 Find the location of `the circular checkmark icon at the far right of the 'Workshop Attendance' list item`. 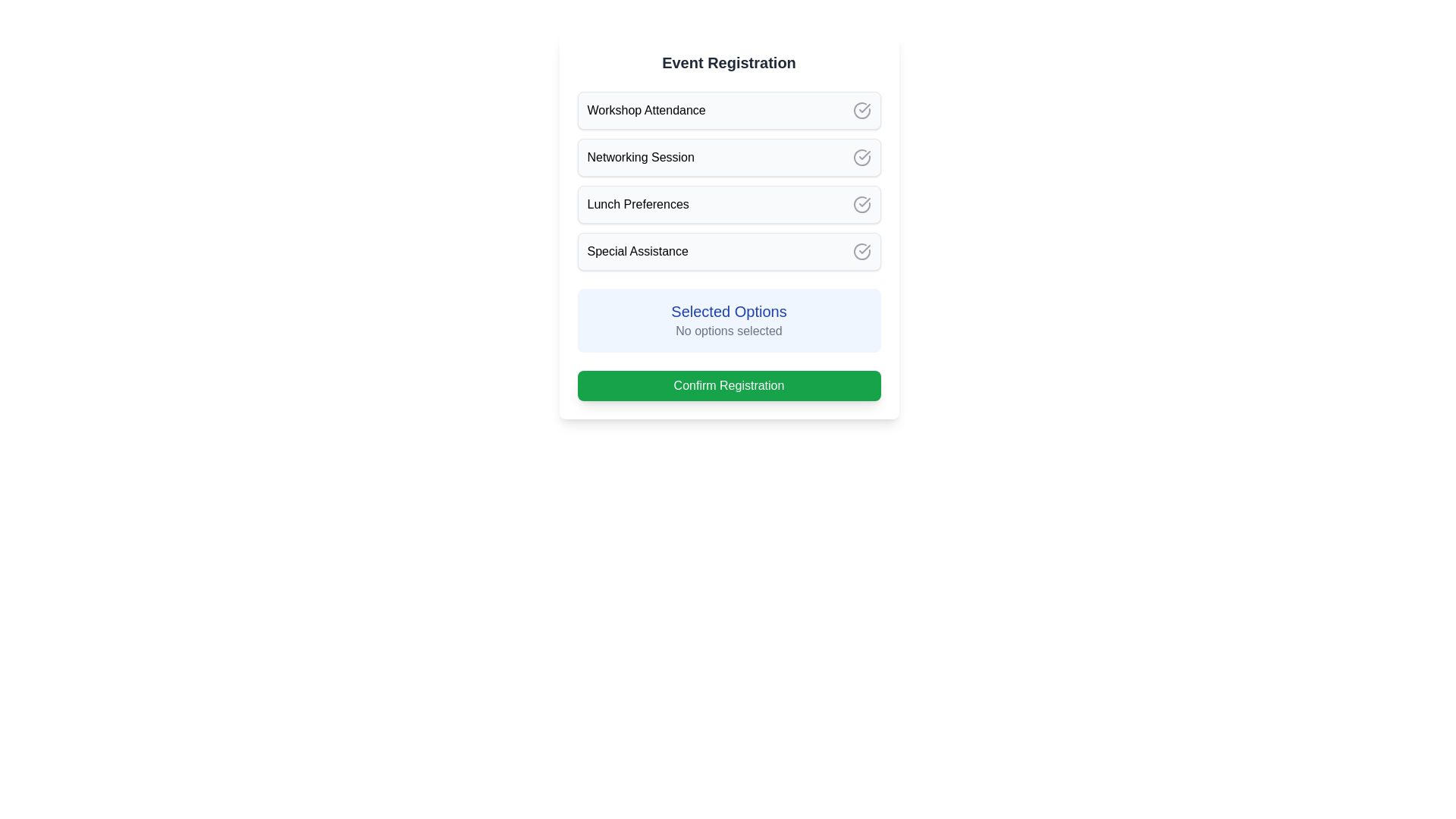

the circular checkmark icon at the far right of the 'Workshop Attendance' list item is located at coordinates (861, 110).